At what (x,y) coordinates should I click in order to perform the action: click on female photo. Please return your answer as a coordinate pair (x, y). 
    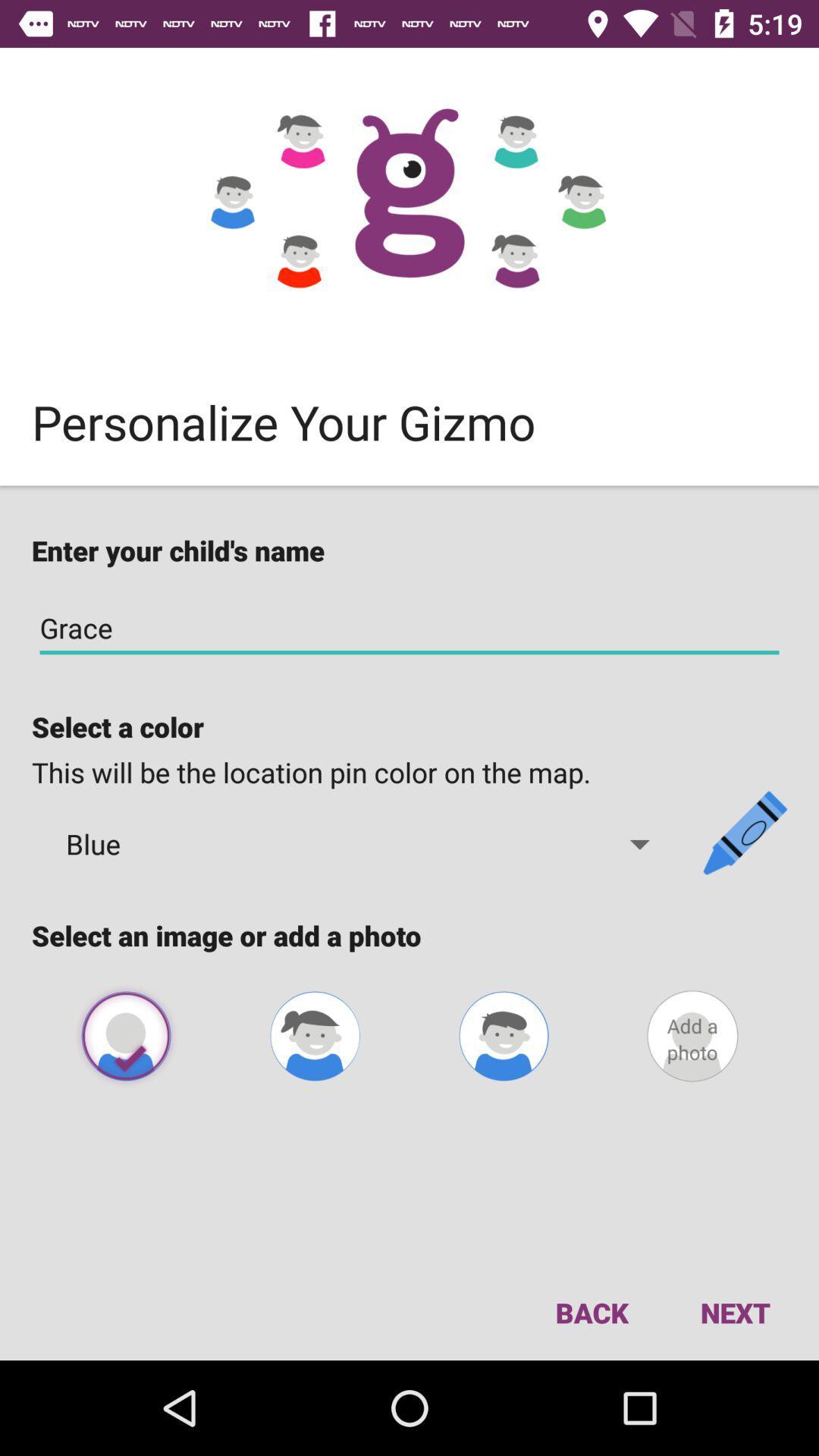
    Looking at the image, I should click on (314, 1035).